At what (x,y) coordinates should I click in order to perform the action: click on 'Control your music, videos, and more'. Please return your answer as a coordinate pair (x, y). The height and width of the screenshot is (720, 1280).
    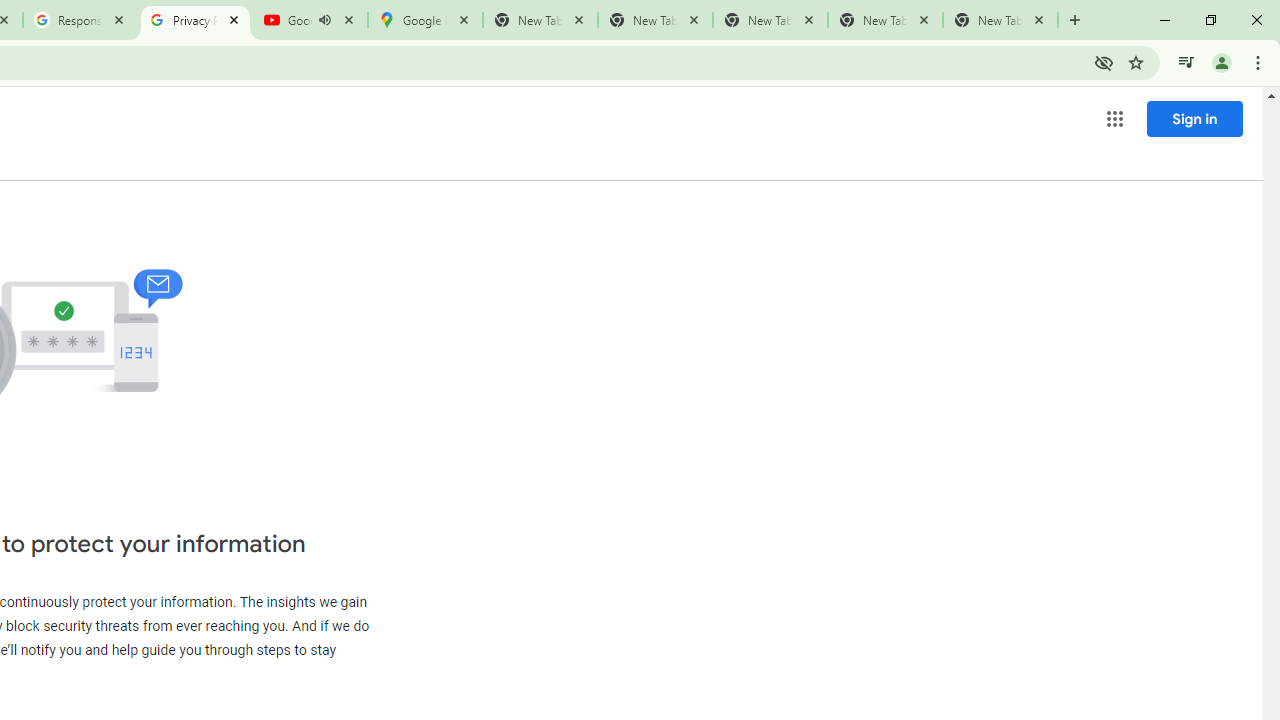
    Looking at the image, I should click on (1185, 61).